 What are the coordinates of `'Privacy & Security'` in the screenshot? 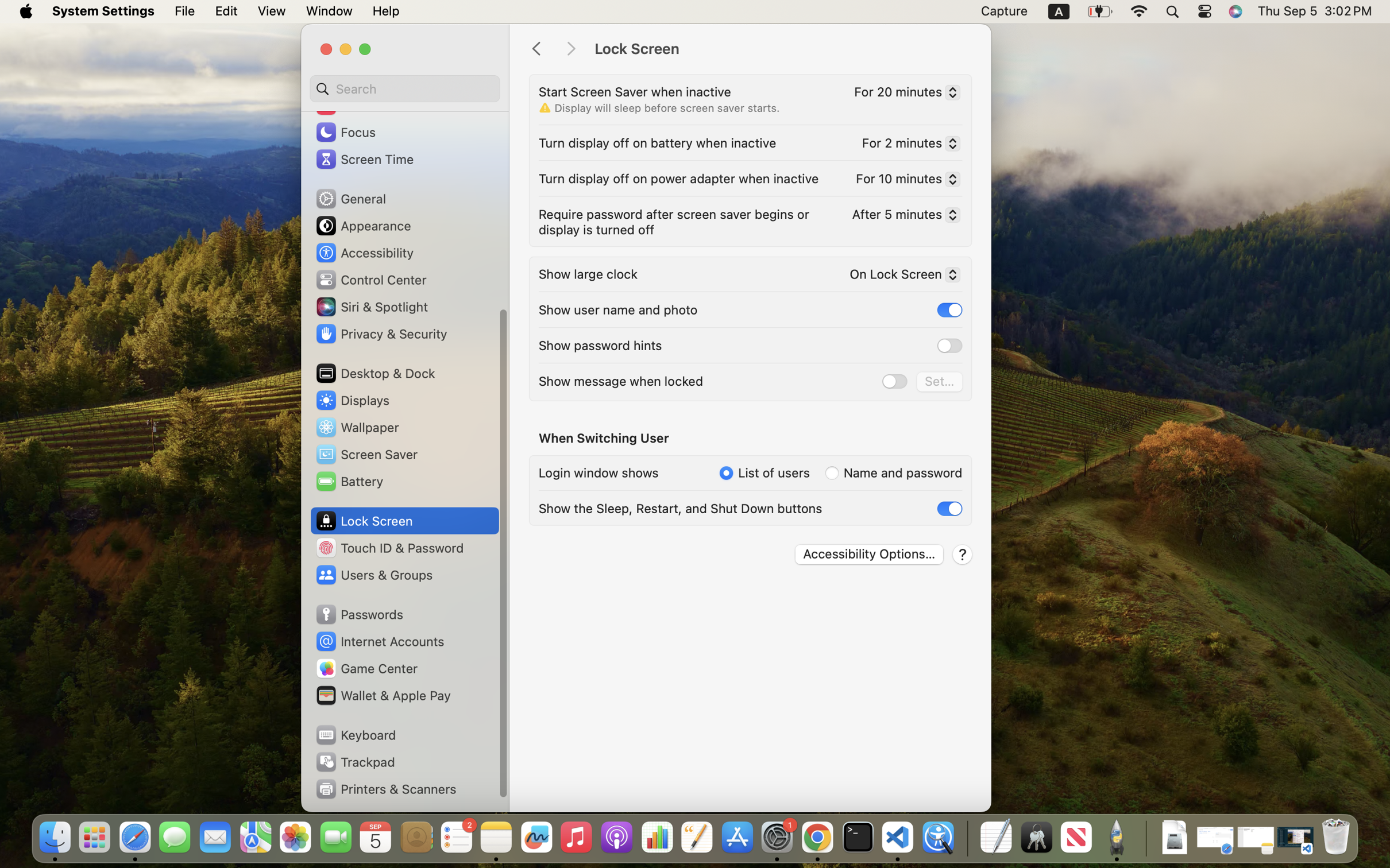 It's located at (380, 333).